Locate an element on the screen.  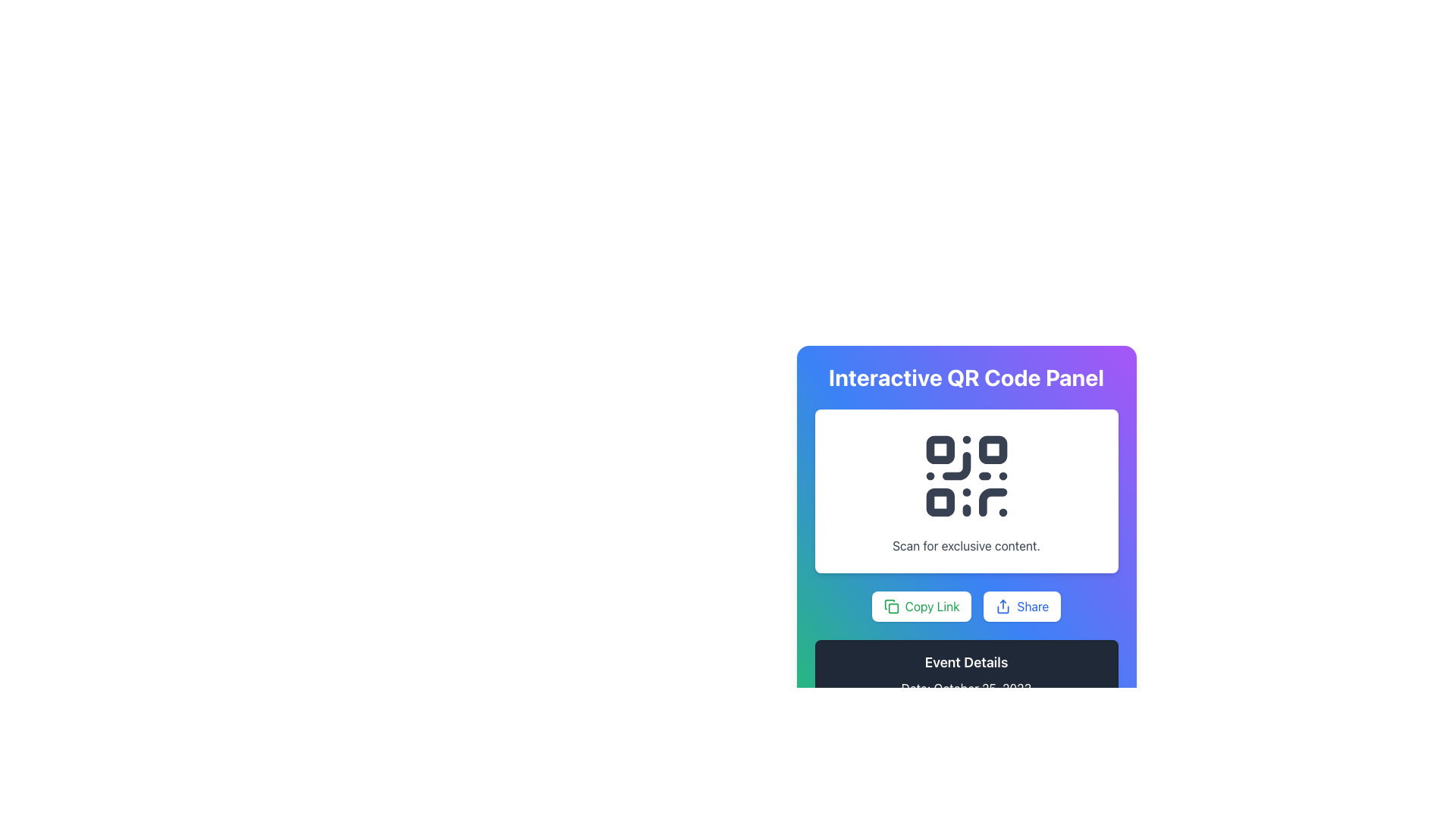
the share button located to the right of the 'Copy Link' button in the 'Interactive QR Code Panel' is located at coordinates (1022, 605).